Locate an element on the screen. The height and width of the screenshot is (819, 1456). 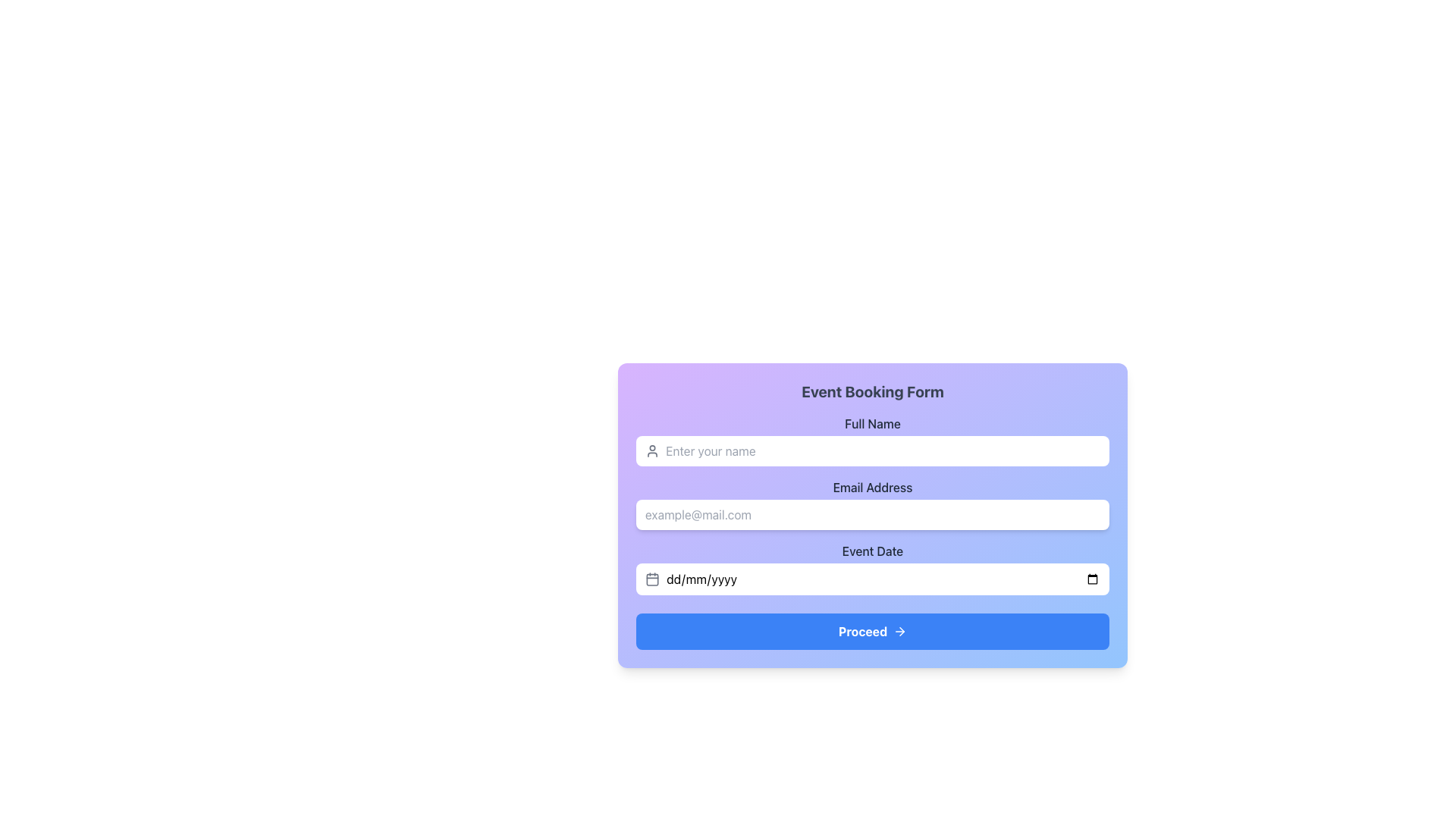
the 'Full Name' text label, which is styled with a bold, medium-sized font and is placed inside a rectangular box with a soft purple and blue gradient background is located at coordinates (873, 424).